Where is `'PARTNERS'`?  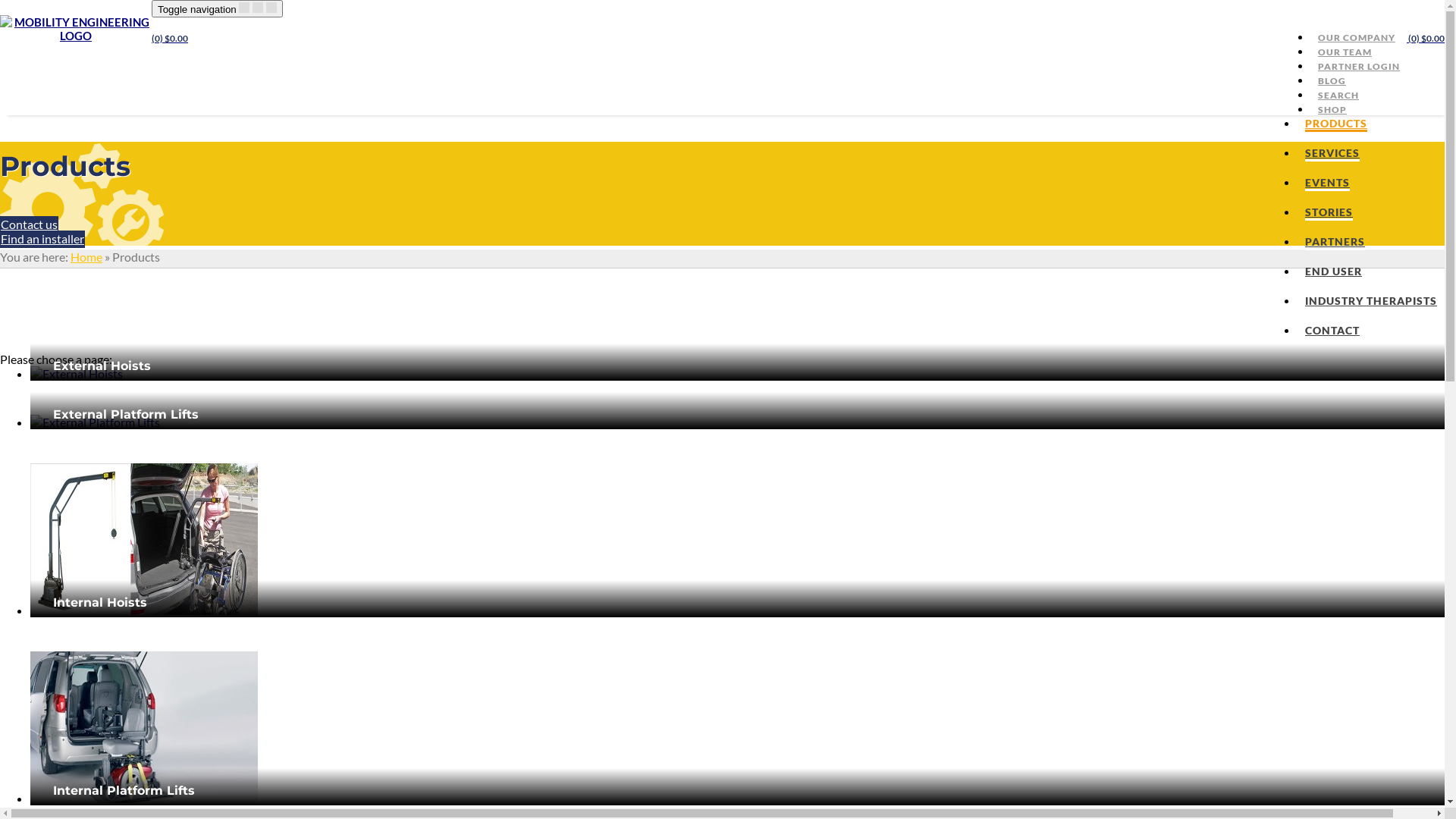 'PARTNERS' is located at coordinates (1335, 242).